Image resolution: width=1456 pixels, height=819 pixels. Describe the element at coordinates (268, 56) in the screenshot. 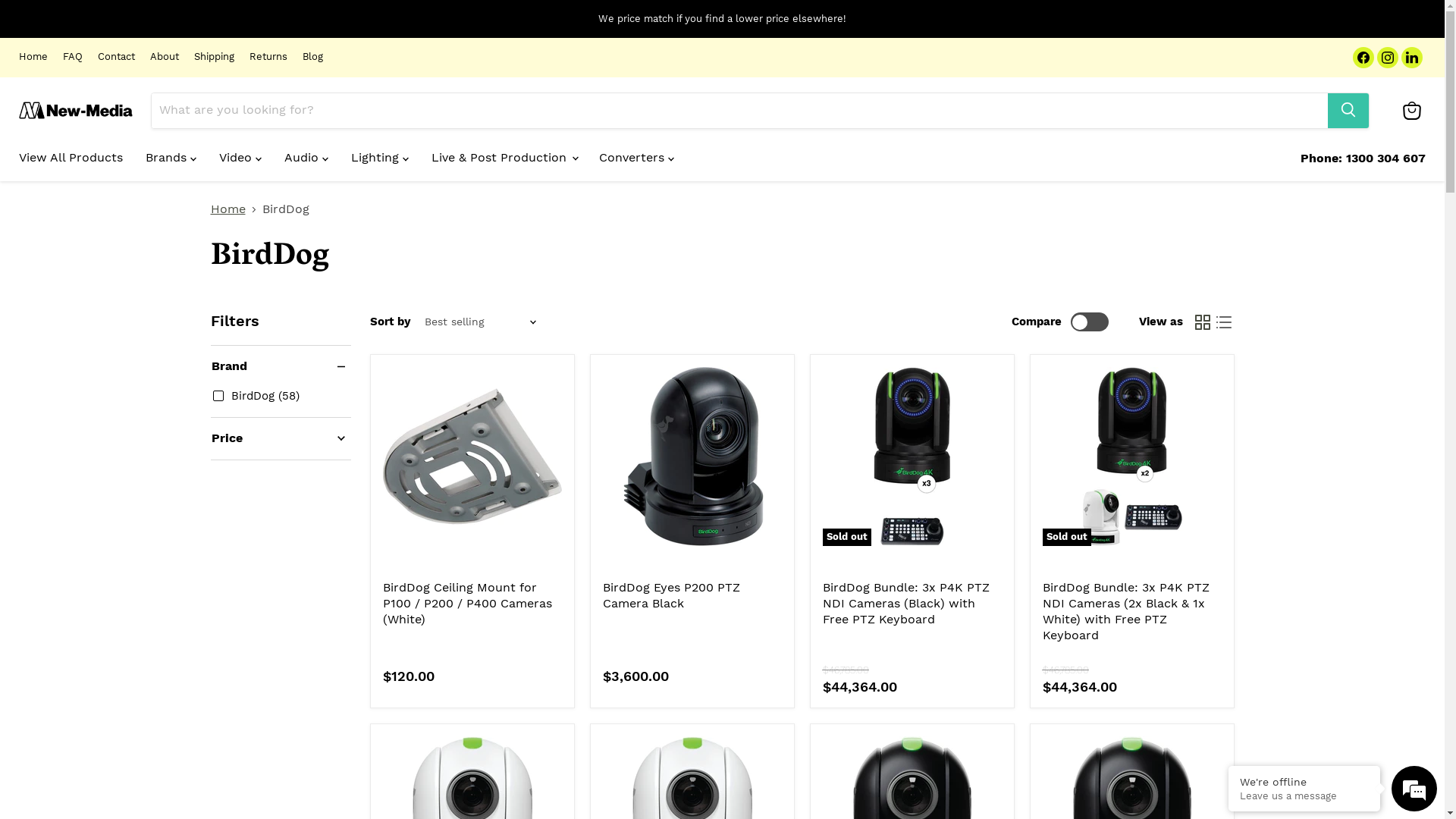

I see `'Returns'` at that location.